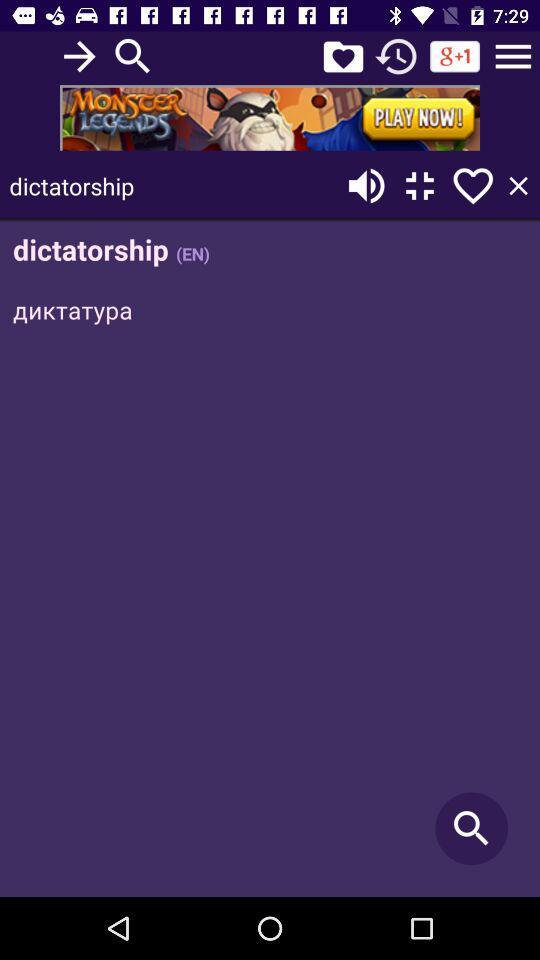 This screenshot has width=540, height=960. I want to click on advertisement, so click(270, 117).